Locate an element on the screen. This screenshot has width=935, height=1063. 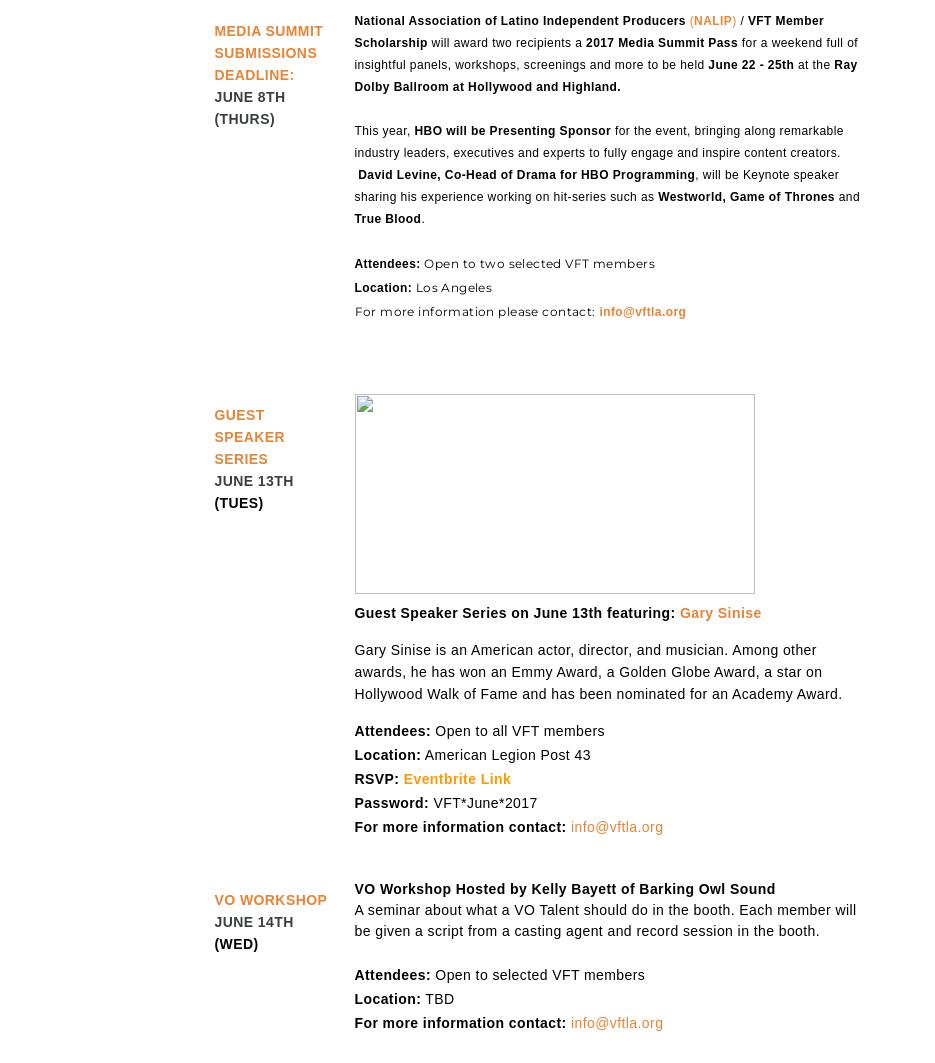
'2017 Media Summit Pass' is located at coordinates (661, 43).